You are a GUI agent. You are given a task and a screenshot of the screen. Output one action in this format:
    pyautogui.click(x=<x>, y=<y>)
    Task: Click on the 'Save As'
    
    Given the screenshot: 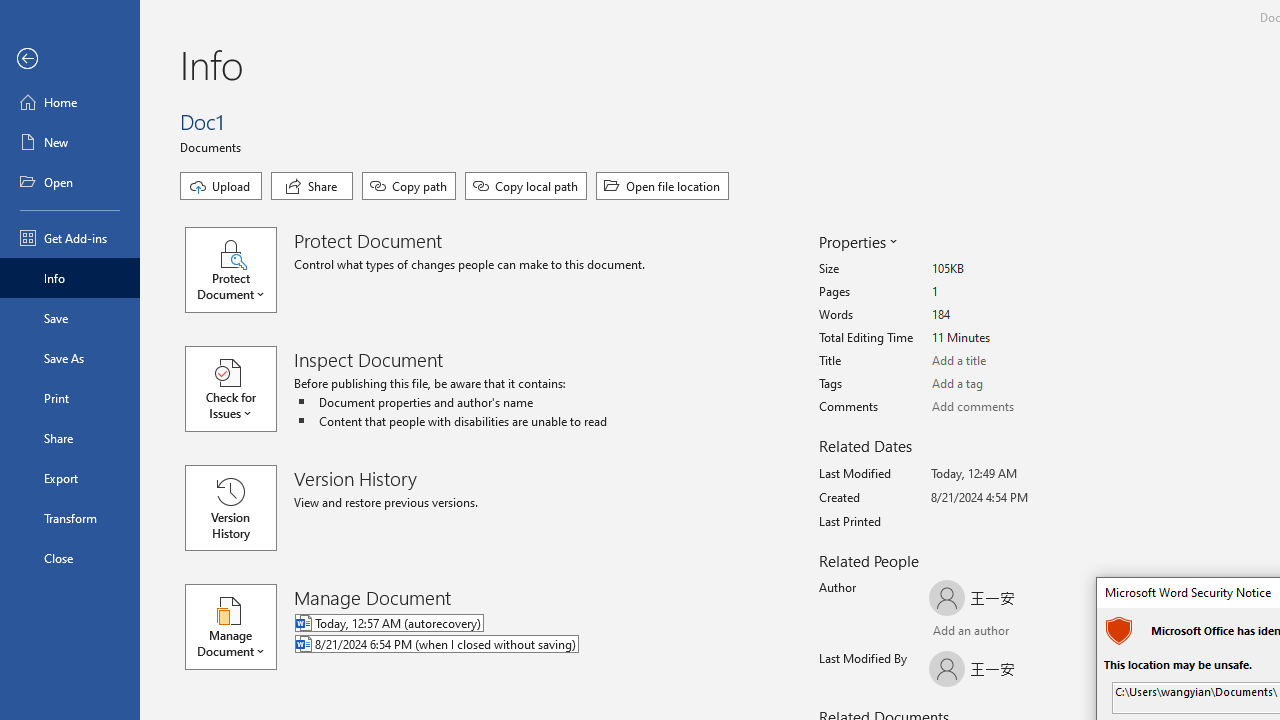 What is the action you would take?
    pyautogui.click(x=69, y=356)
    